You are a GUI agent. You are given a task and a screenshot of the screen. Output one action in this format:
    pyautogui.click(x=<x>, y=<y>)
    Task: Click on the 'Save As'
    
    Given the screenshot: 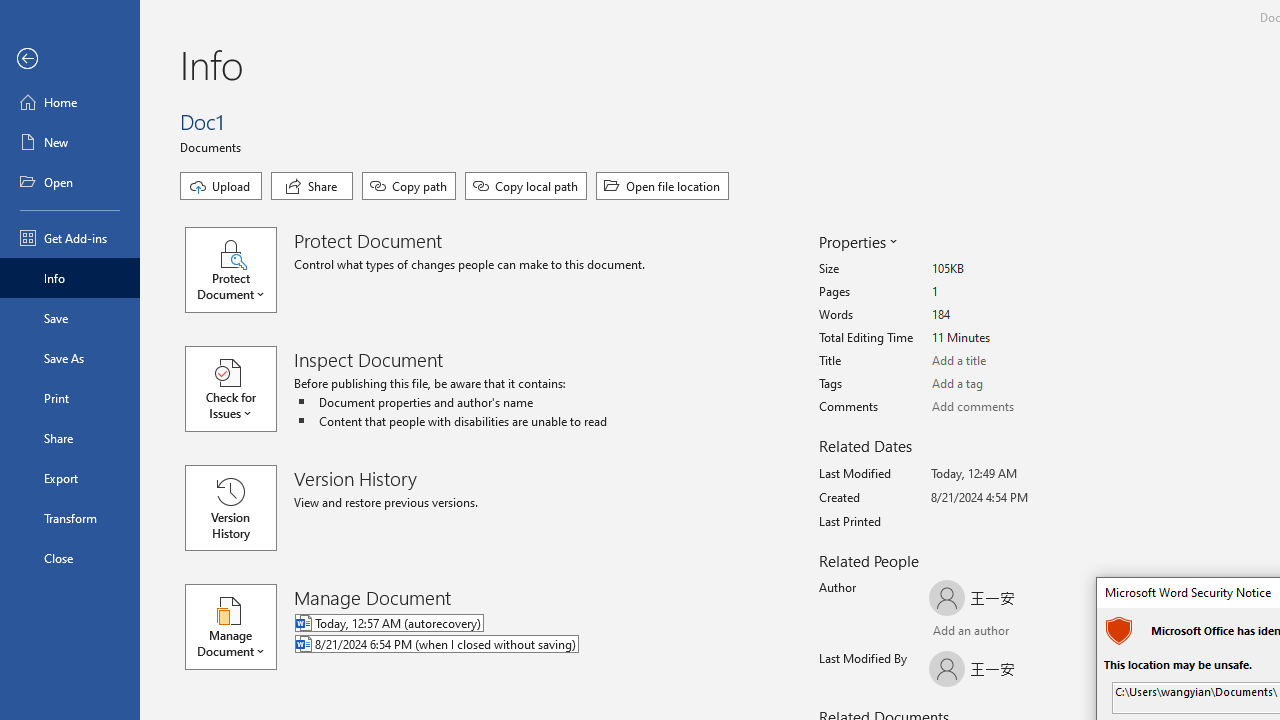 What is the action you would take?
    pyautogui.click(x=69, y=356)
    